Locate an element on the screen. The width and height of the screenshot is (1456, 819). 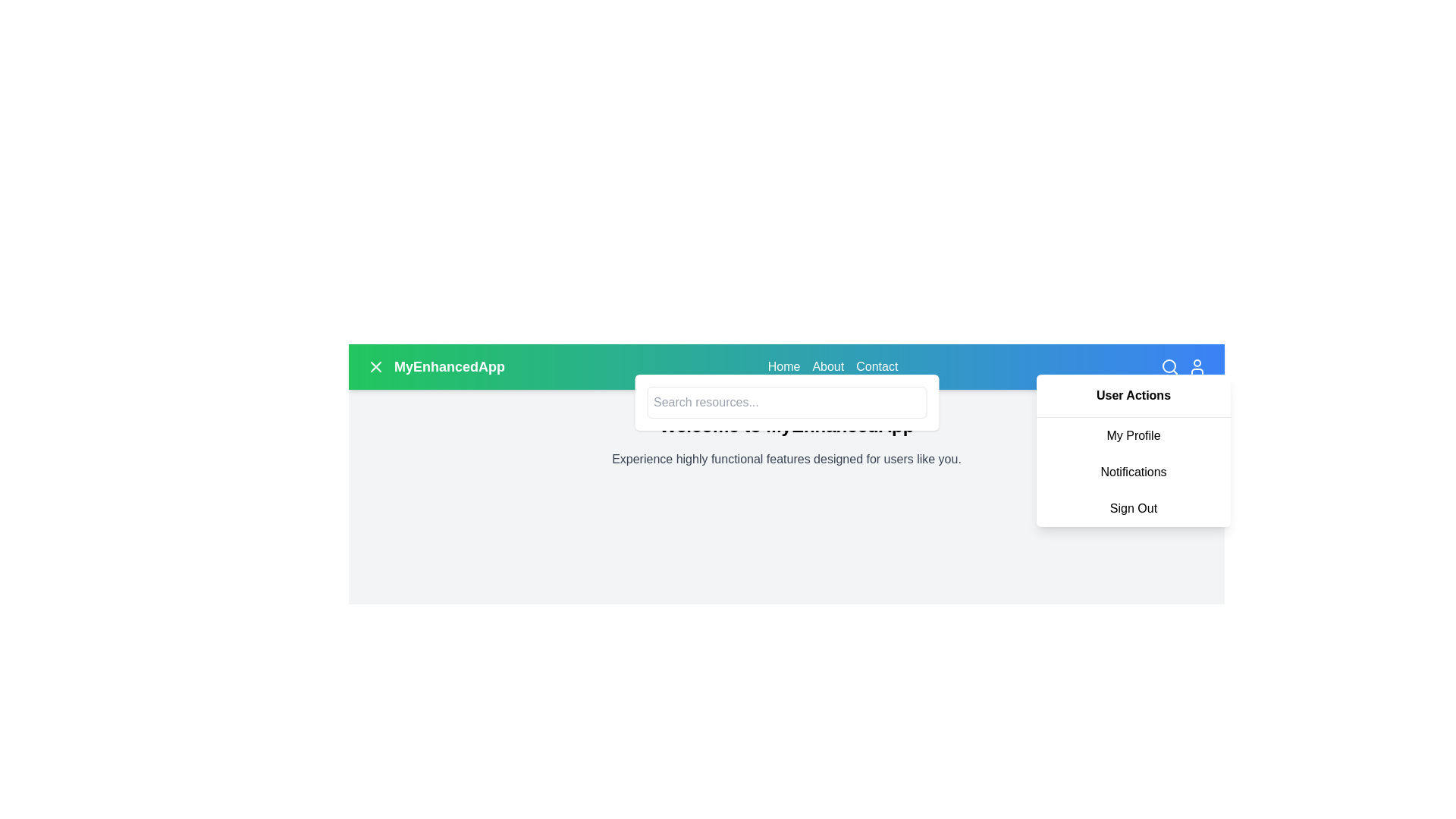
the search trigger button located in the top-right corner of the navigation bar to initiate a search action is located at coordinates (1169, 366).